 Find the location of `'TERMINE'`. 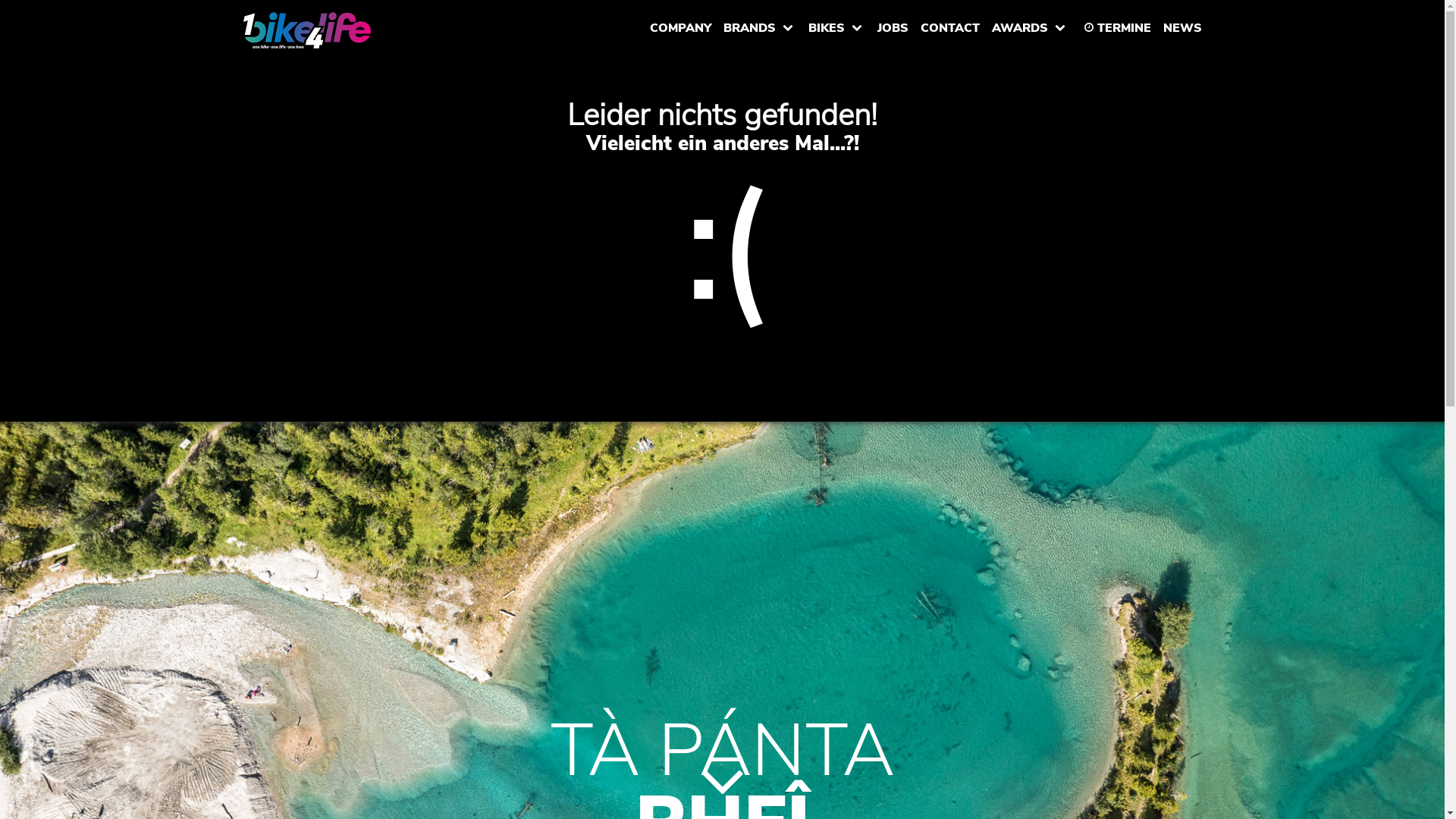

'TERMINE' is located at coordinates (1115, 27).